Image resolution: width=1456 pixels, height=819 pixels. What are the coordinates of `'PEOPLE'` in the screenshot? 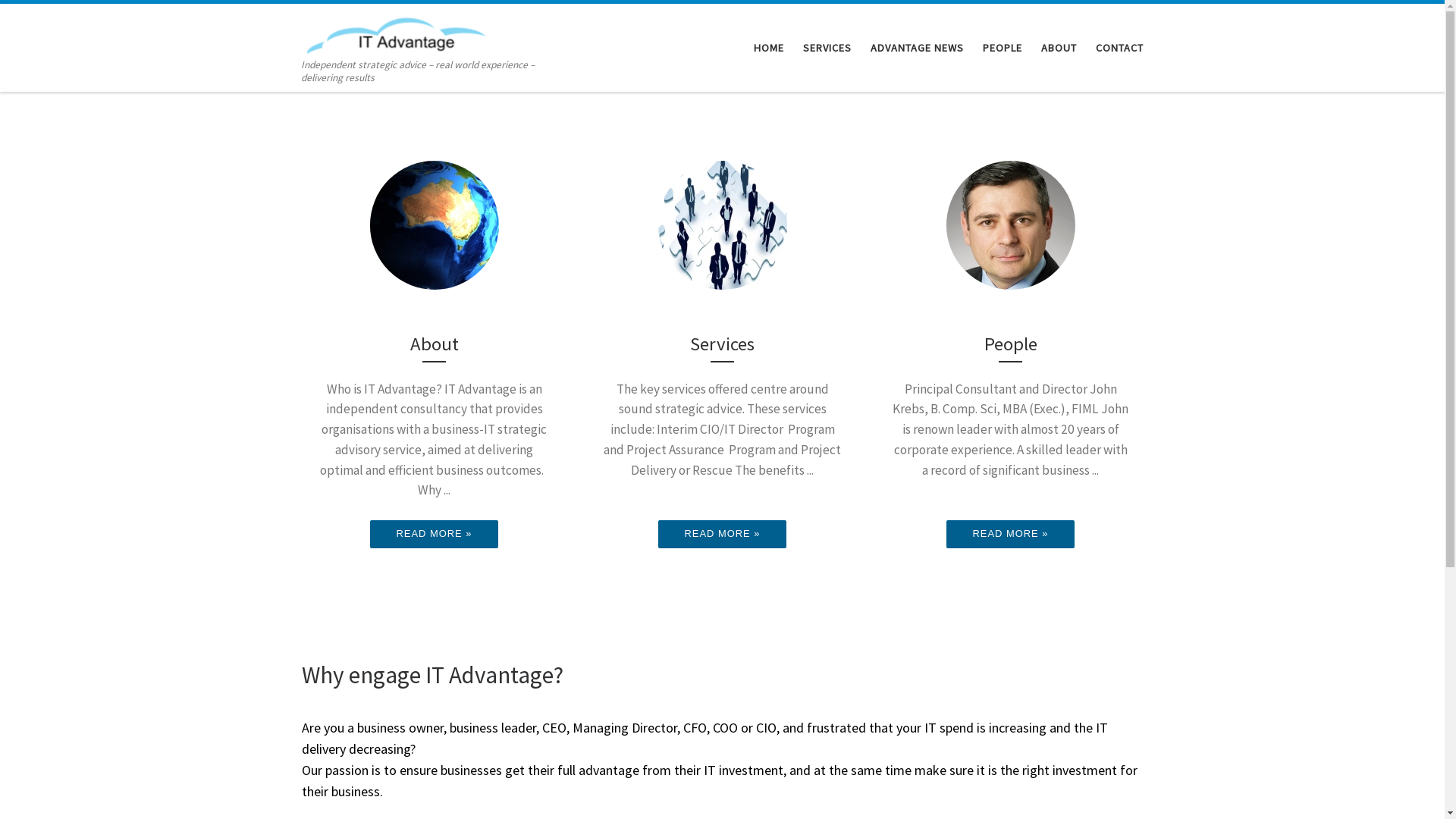 It's located at (1002, 46).